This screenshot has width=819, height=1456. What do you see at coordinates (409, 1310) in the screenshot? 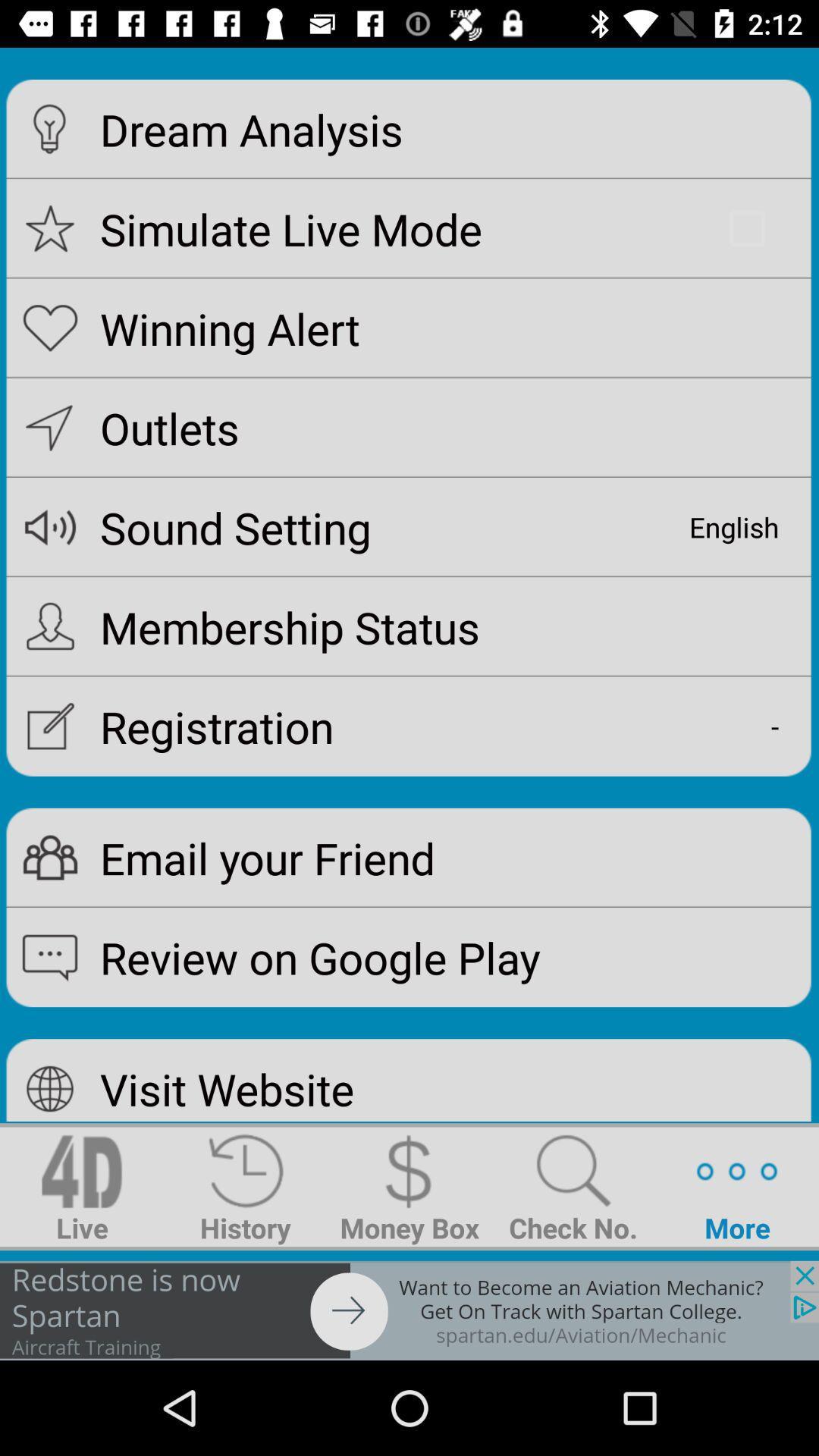
I see `for spartan` at bounding box center [409, 1310].